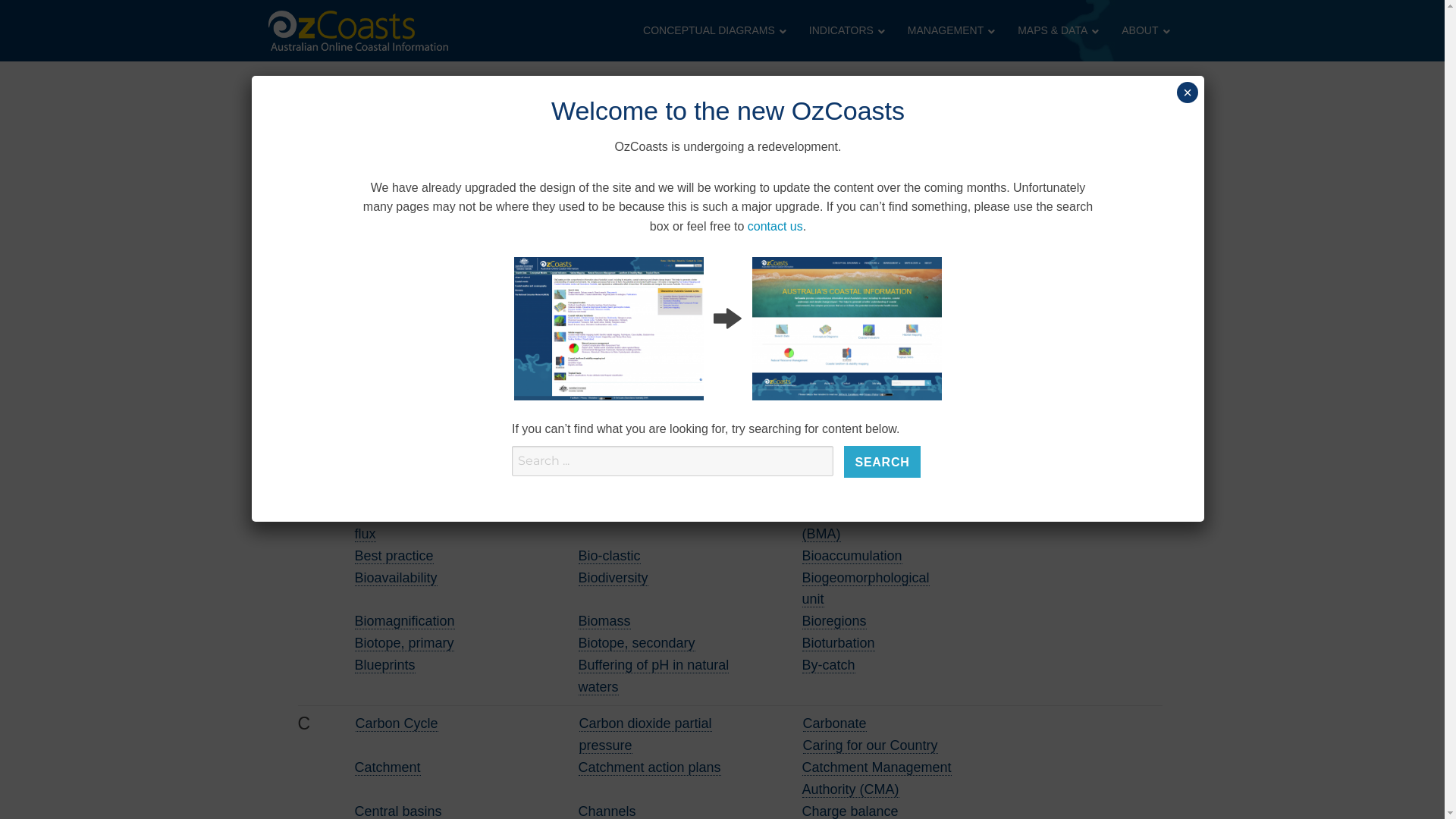 The image size is (1456, 819). What do you see at coordinates (866, 588) in the screenshot?
I see `'Biogeomorphological unit'` at bounding box center [866, 588].